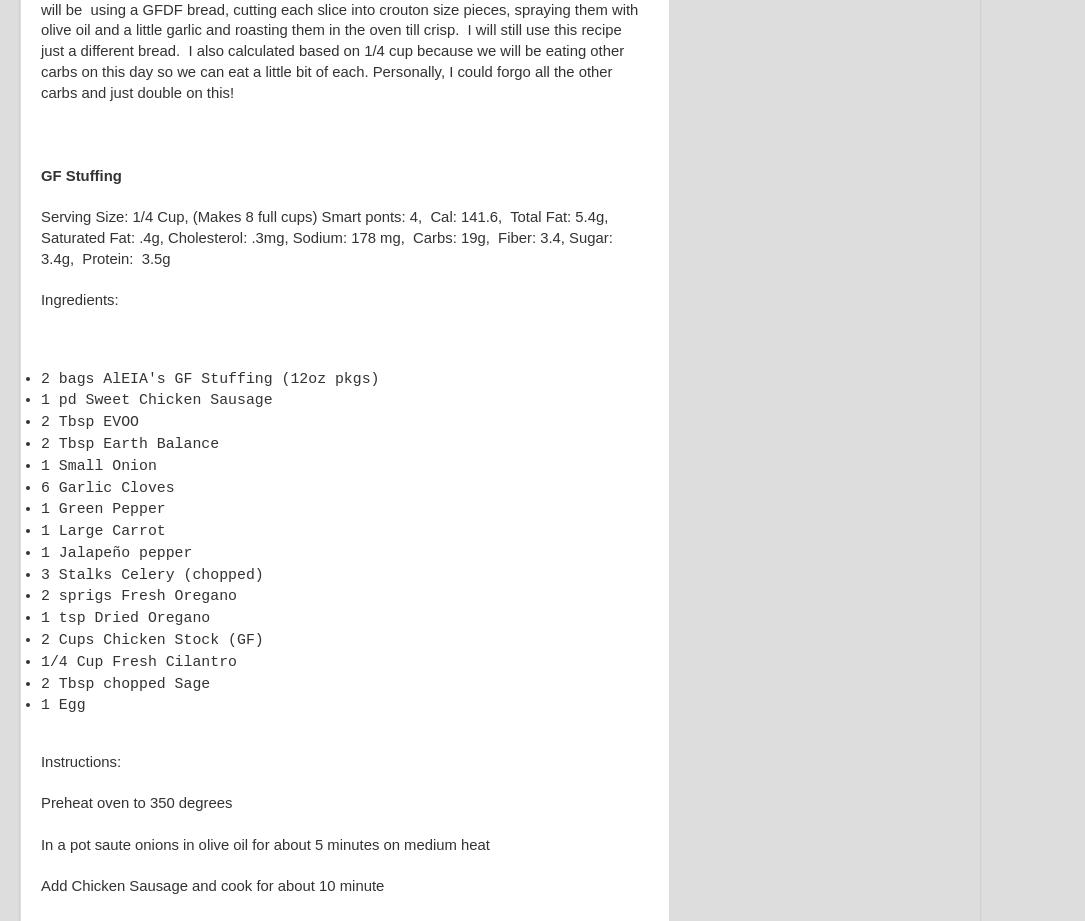  Describe the element at coordinates (41, 464) in the screenshot. I see `'1 Small Onion'` at that location.